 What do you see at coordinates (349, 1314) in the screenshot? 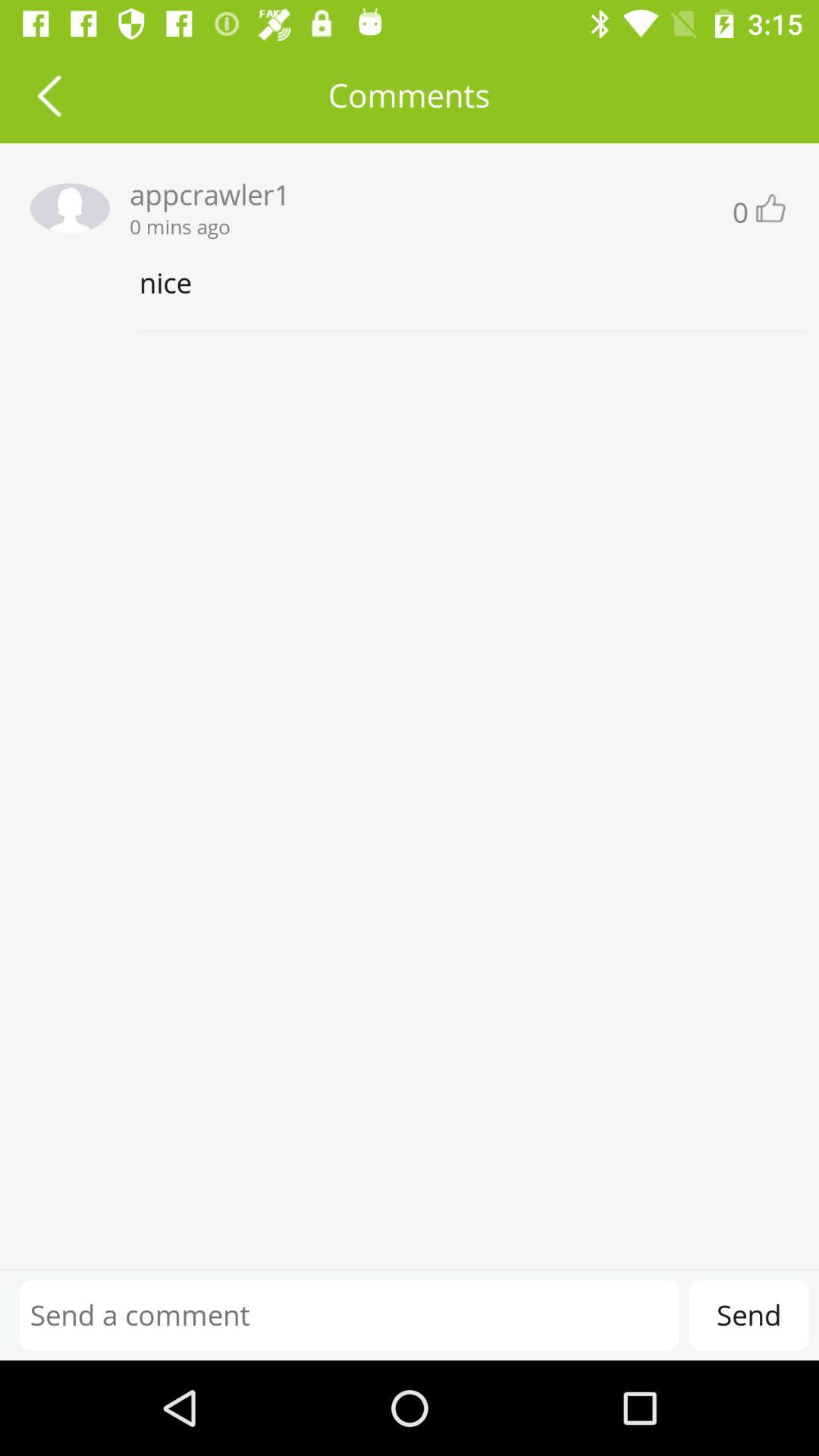
I see `type in commet` at bounding box center [349, 1314].